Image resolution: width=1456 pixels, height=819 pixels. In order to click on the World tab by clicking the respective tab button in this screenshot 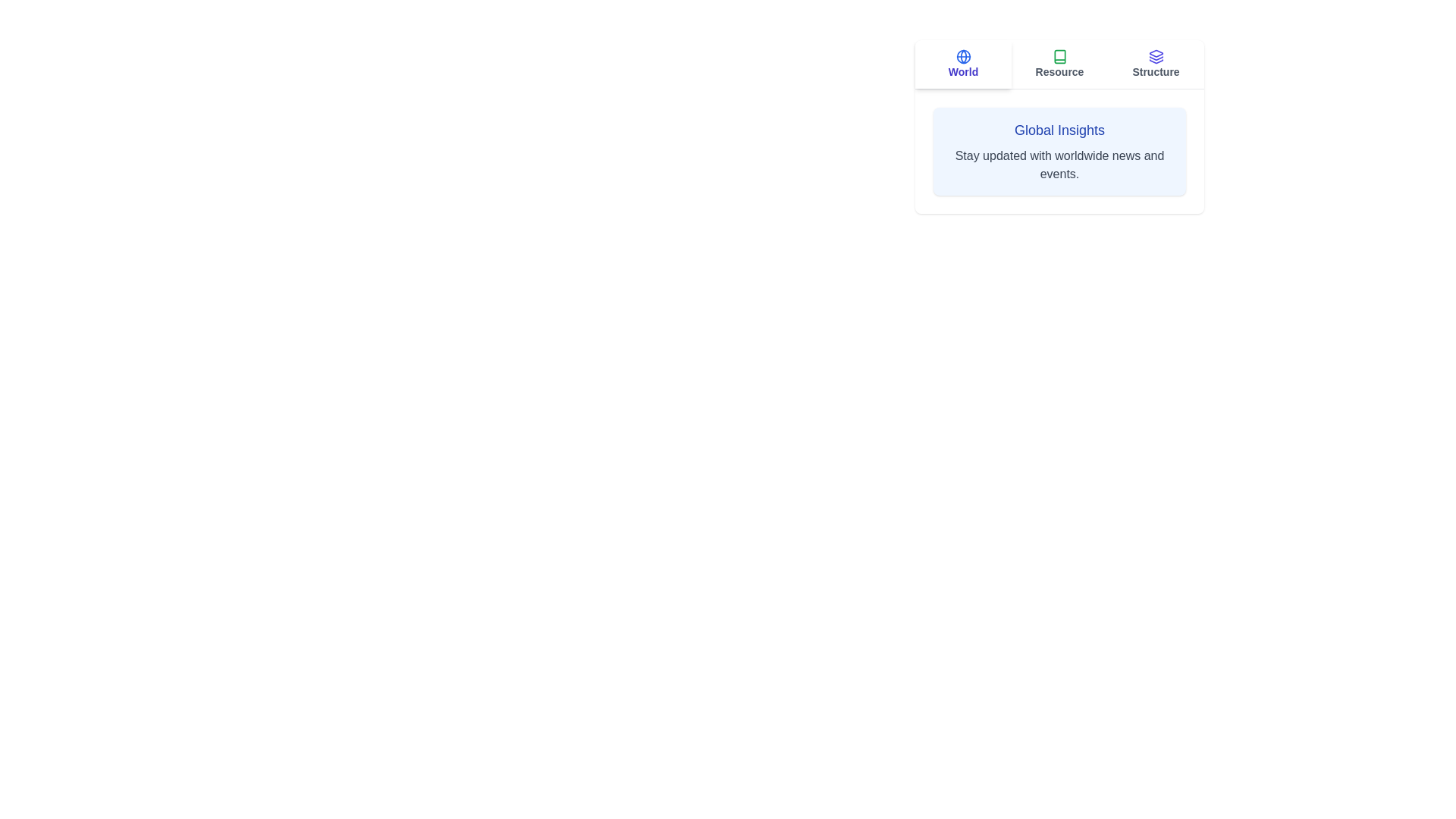, I will do `click(962, 63)`.